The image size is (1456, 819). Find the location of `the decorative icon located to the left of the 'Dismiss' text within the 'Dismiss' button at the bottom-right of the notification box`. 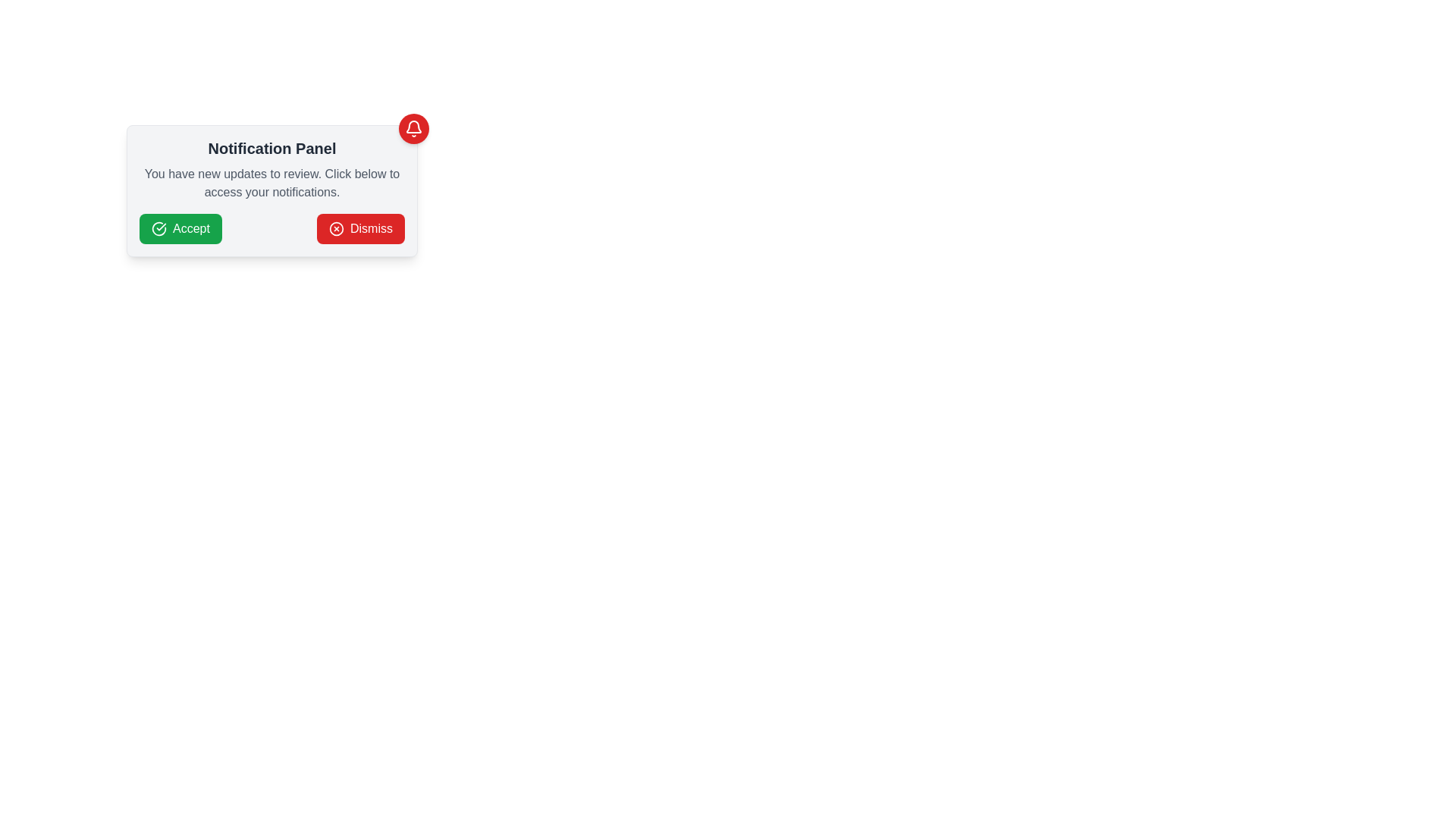

the decorative icon located to the left of the 'Dismiss' text within the 'Dismiss' button at the bottom-right of the notification box is located at coordinates (336, 228).